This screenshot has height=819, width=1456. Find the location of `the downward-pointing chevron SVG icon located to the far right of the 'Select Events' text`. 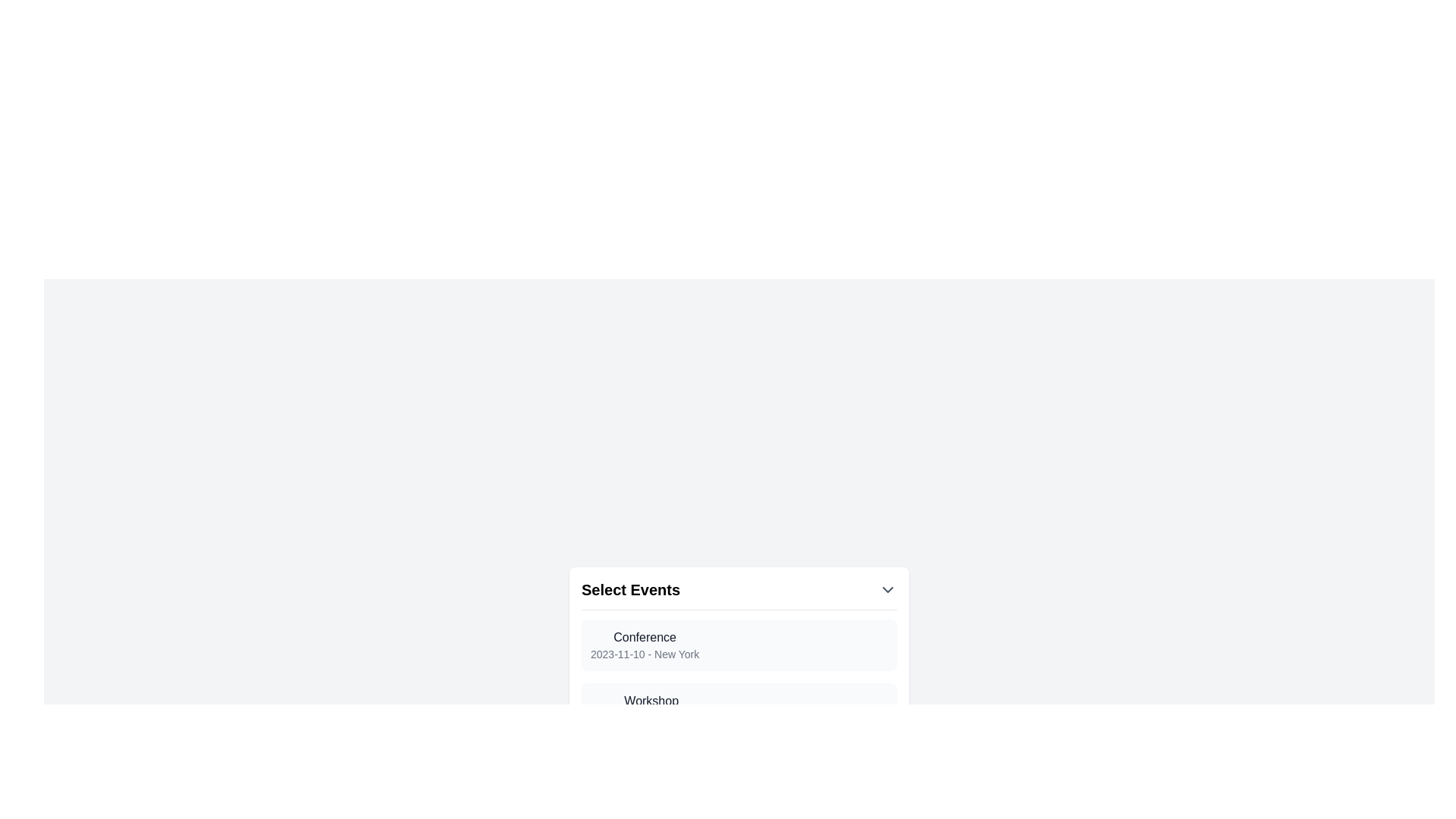

the downward-pointing chevron SVG icon located to the far right of the 'Select Events' text is located at coordinates (888, 588).